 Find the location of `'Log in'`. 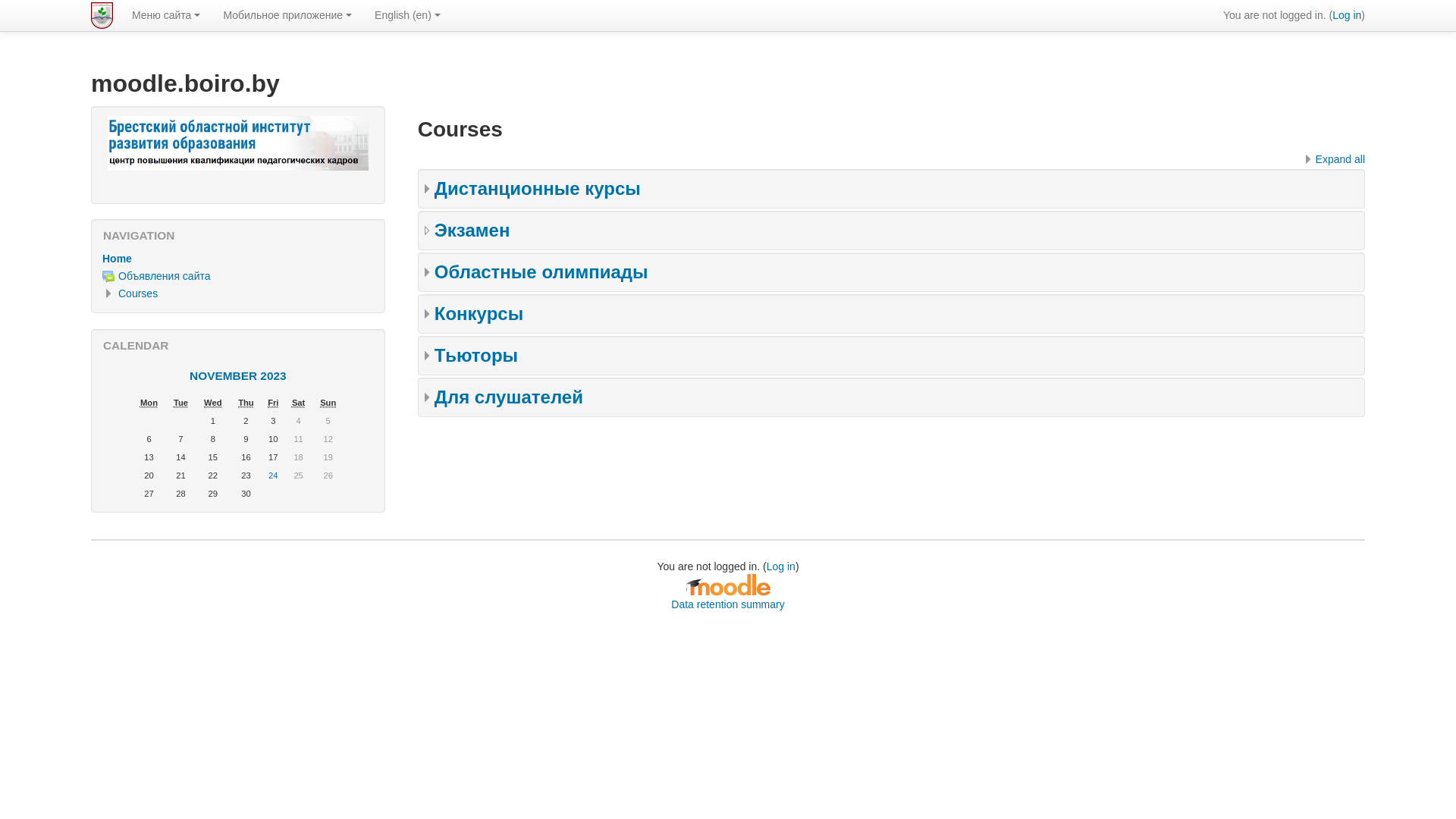

'Log in' is located at coordinates (781, 566).